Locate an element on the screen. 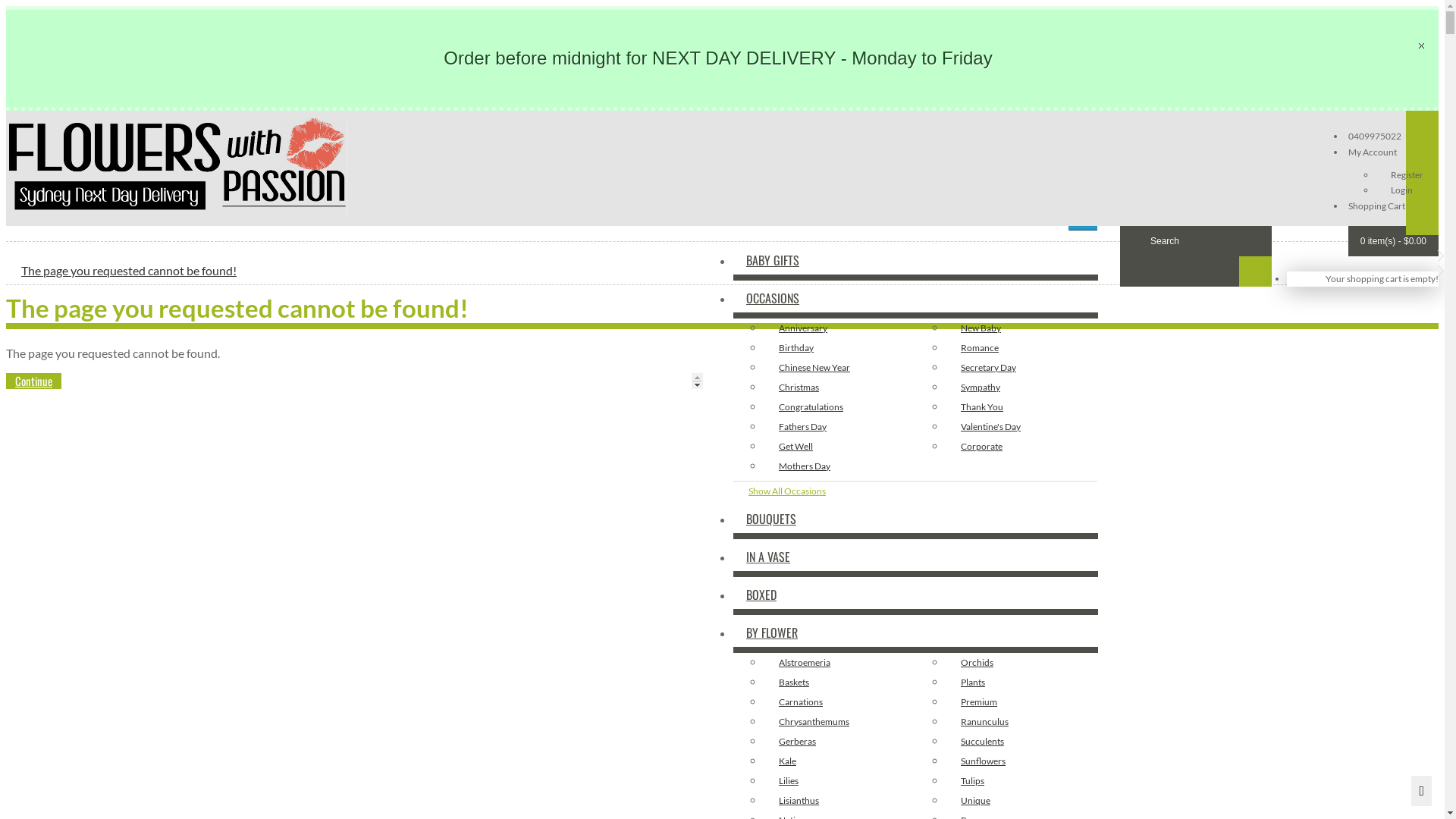 This screenshot has width=1456, height=819. 'Show All Occasions' is located at coordinates (733, 491).